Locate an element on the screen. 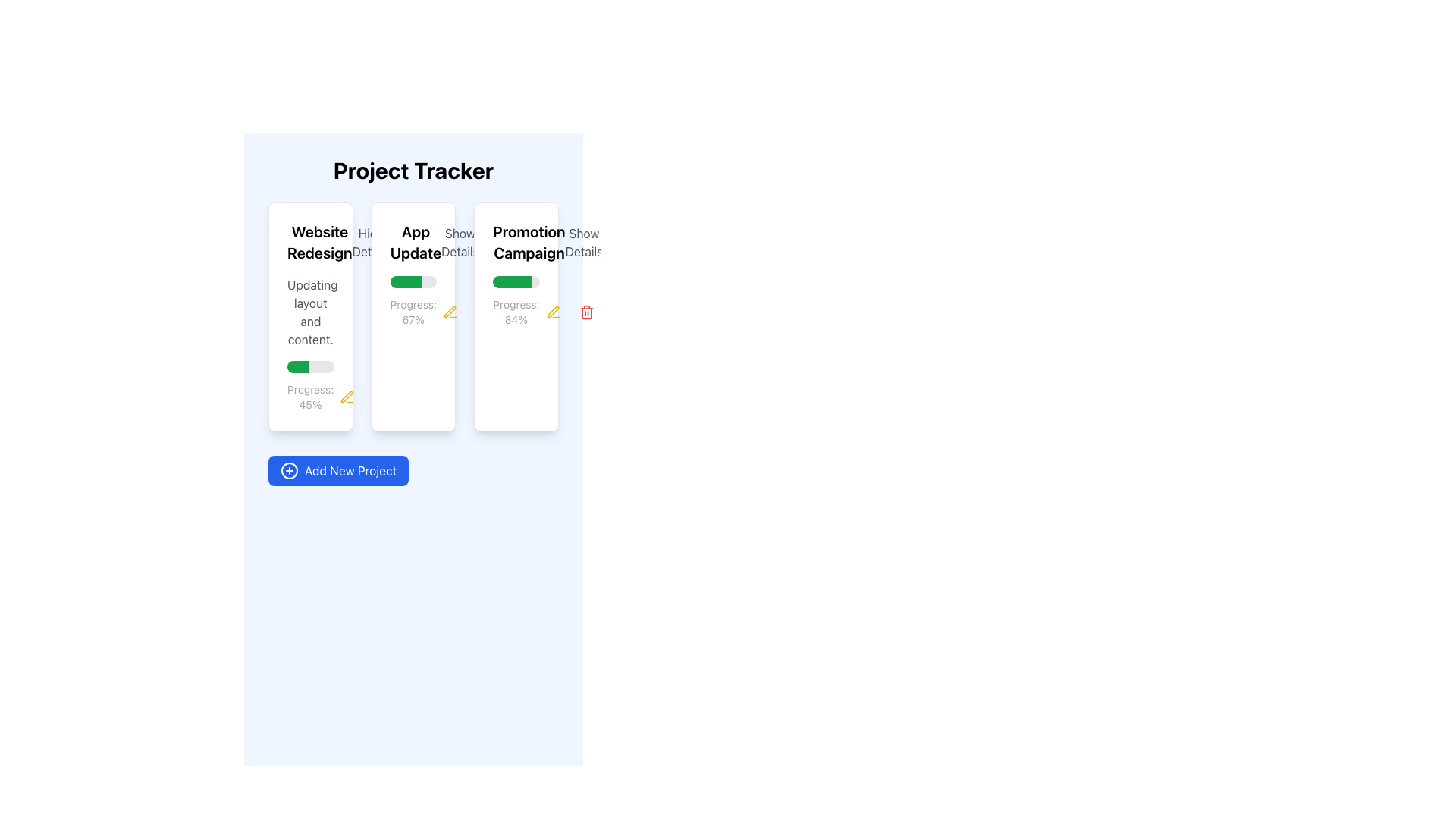 The width and height of the screenshot is (1456, 819). the button or link located to the right of the 'Promotion Campaign' text is located at coordinates (583, 242).